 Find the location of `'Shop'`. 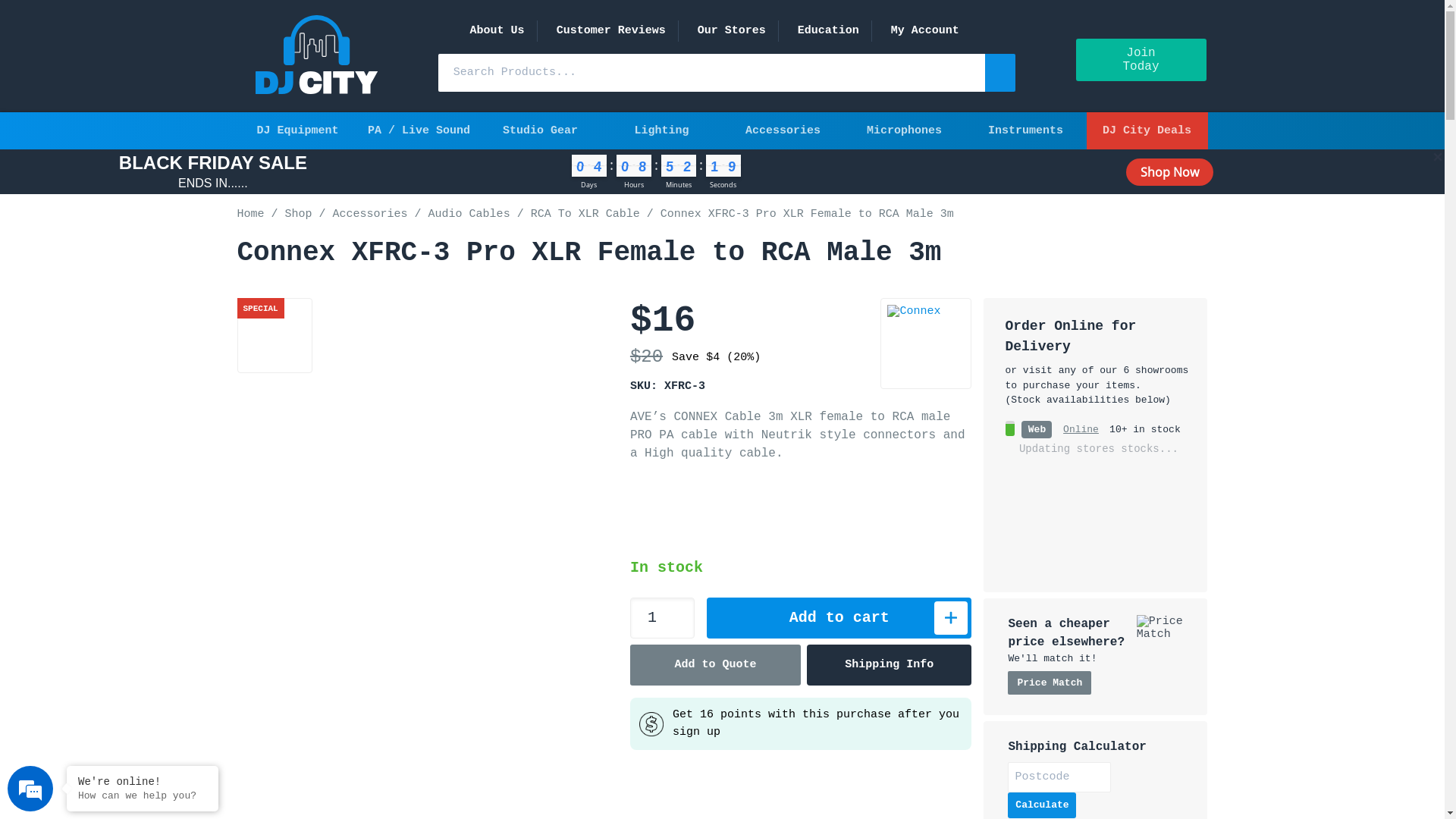

'Shop' is located at coordinates (298, 214).